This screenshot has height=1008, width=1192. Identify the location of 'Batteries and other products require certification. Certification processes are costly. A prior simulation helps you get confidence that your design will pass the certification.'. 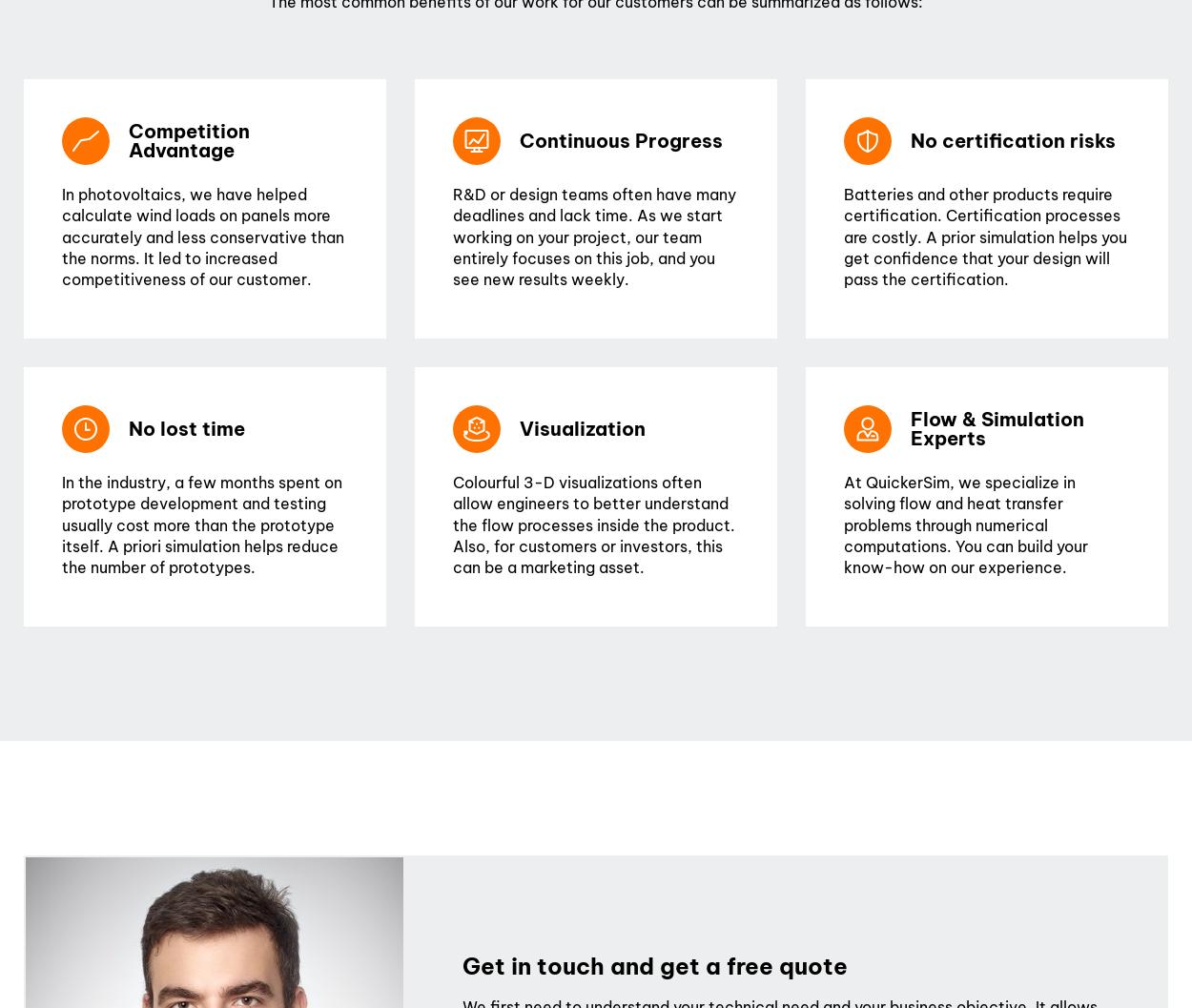
(985, 235).